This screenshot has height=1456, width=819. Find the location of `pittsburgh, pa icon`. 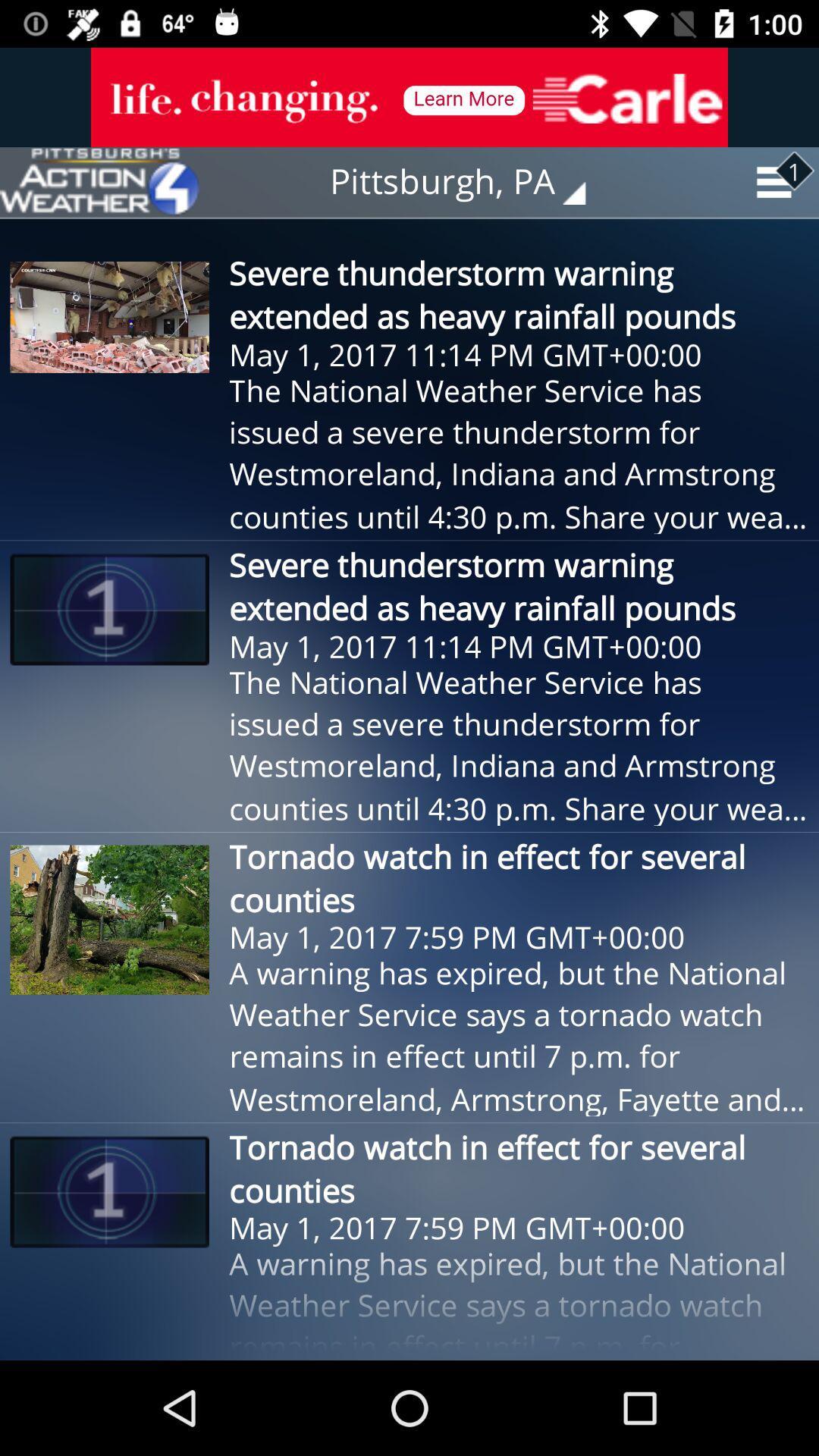

pittsburgh, pa icon is located at coordinates (468, 182).